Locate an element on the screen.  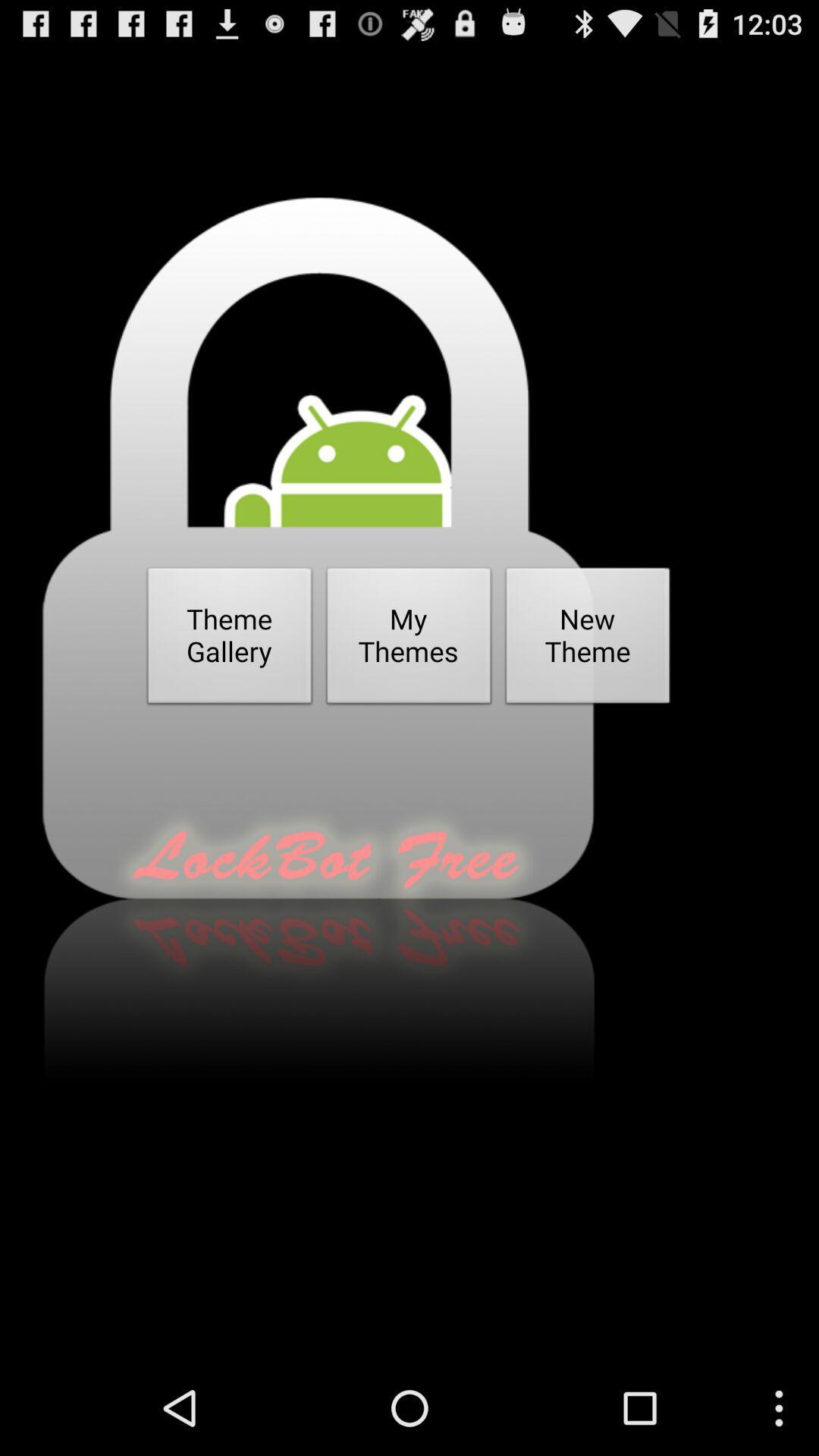
button next to the new theme button is located at coordinates (408, 640).